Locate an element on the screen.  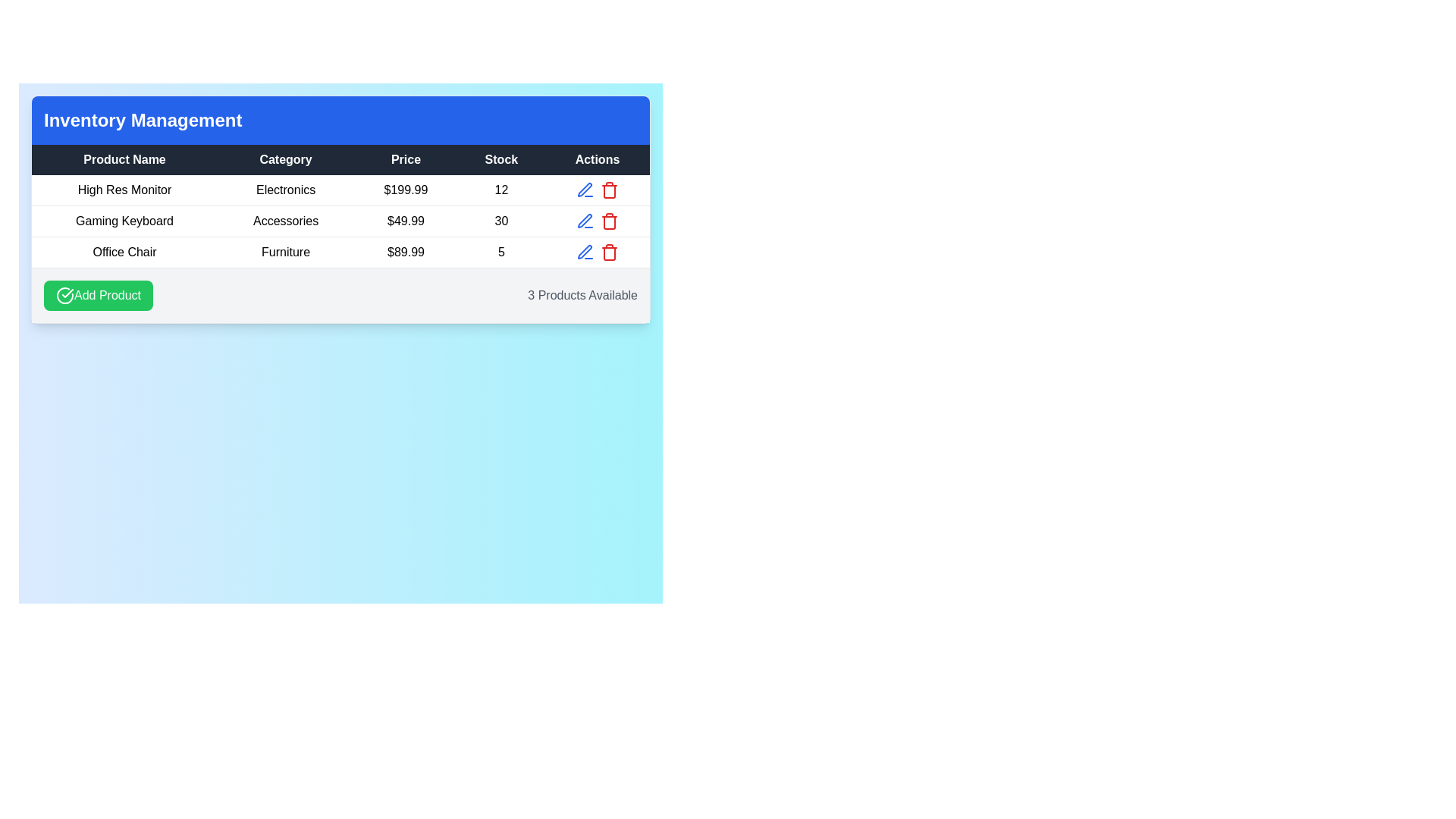
the blue pen icon in the 'Actions' column for the 'High Res Monitor' product is located at coordinates (585, 189).